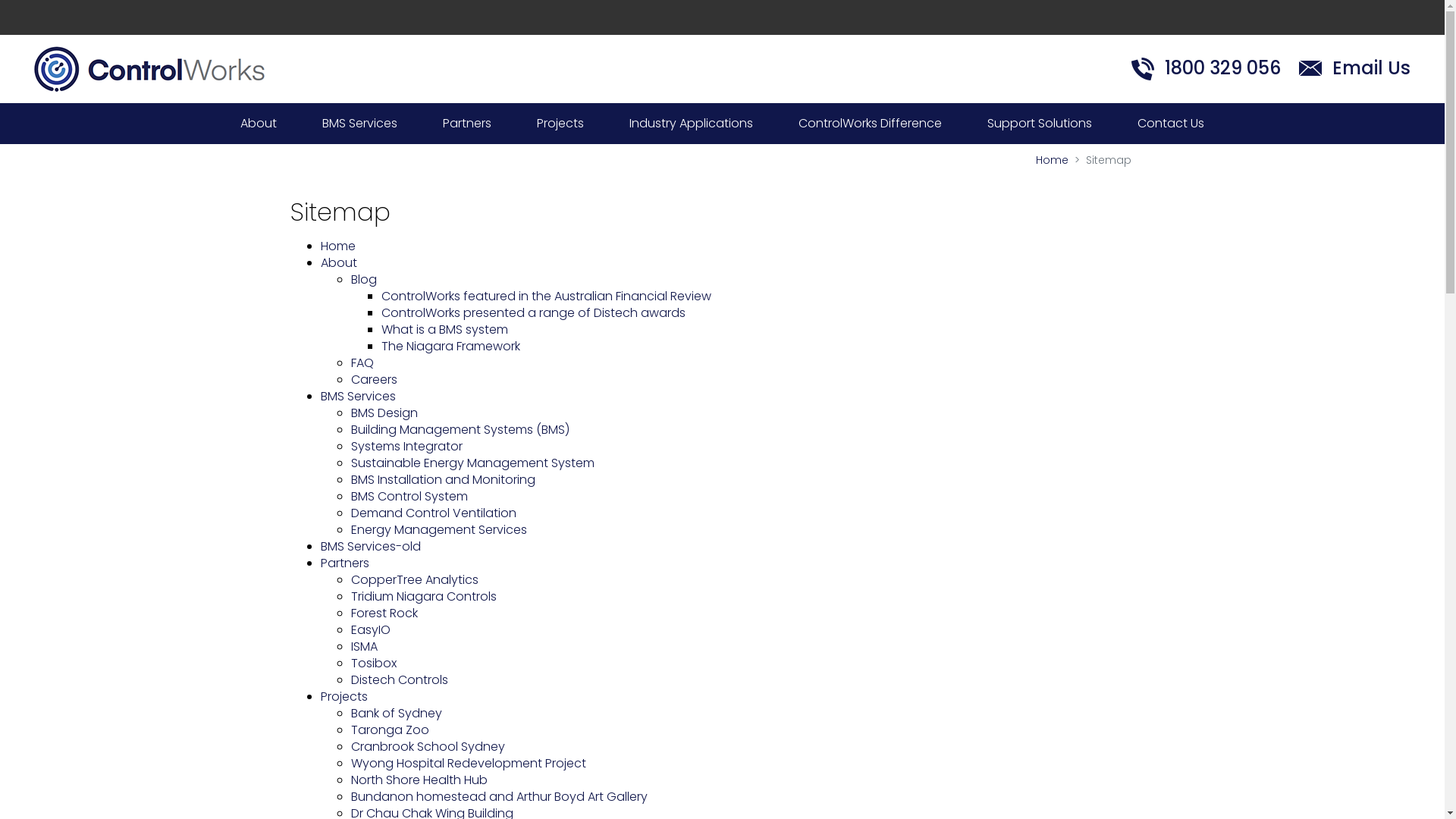  What do you see at coordinates (443, 328) in the screenshot?
I see `'What is a BMS system'` at bounding box center [443, 328].